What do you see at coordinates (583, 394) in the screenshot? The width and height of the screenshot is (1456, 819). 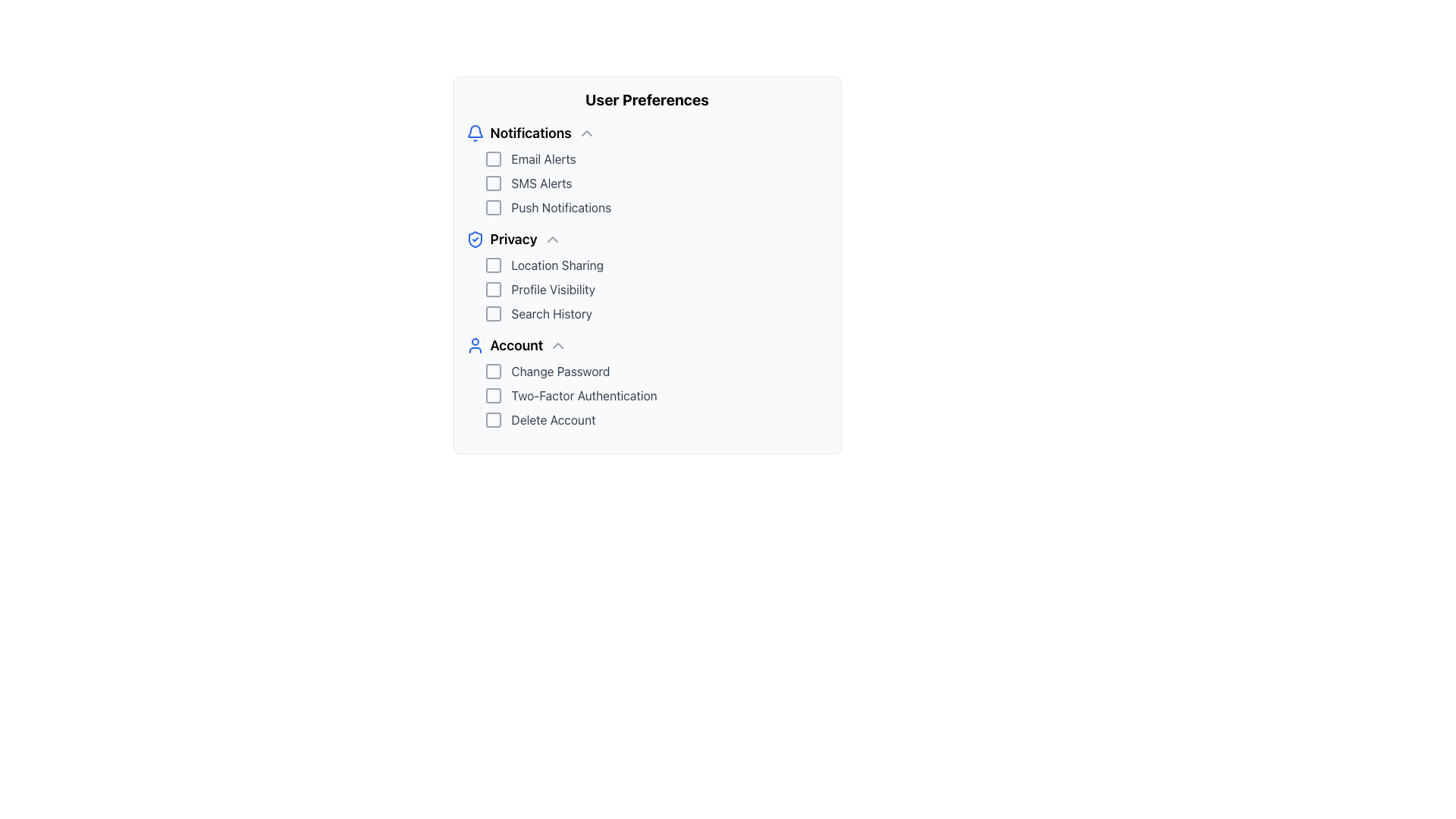 I see `the two-factor authentication text label located under the 'Account' section in the user preferences panel, which is the second item listed, below 'Change Password' and above 'Delete Account'` at bounding box center [583, 394].